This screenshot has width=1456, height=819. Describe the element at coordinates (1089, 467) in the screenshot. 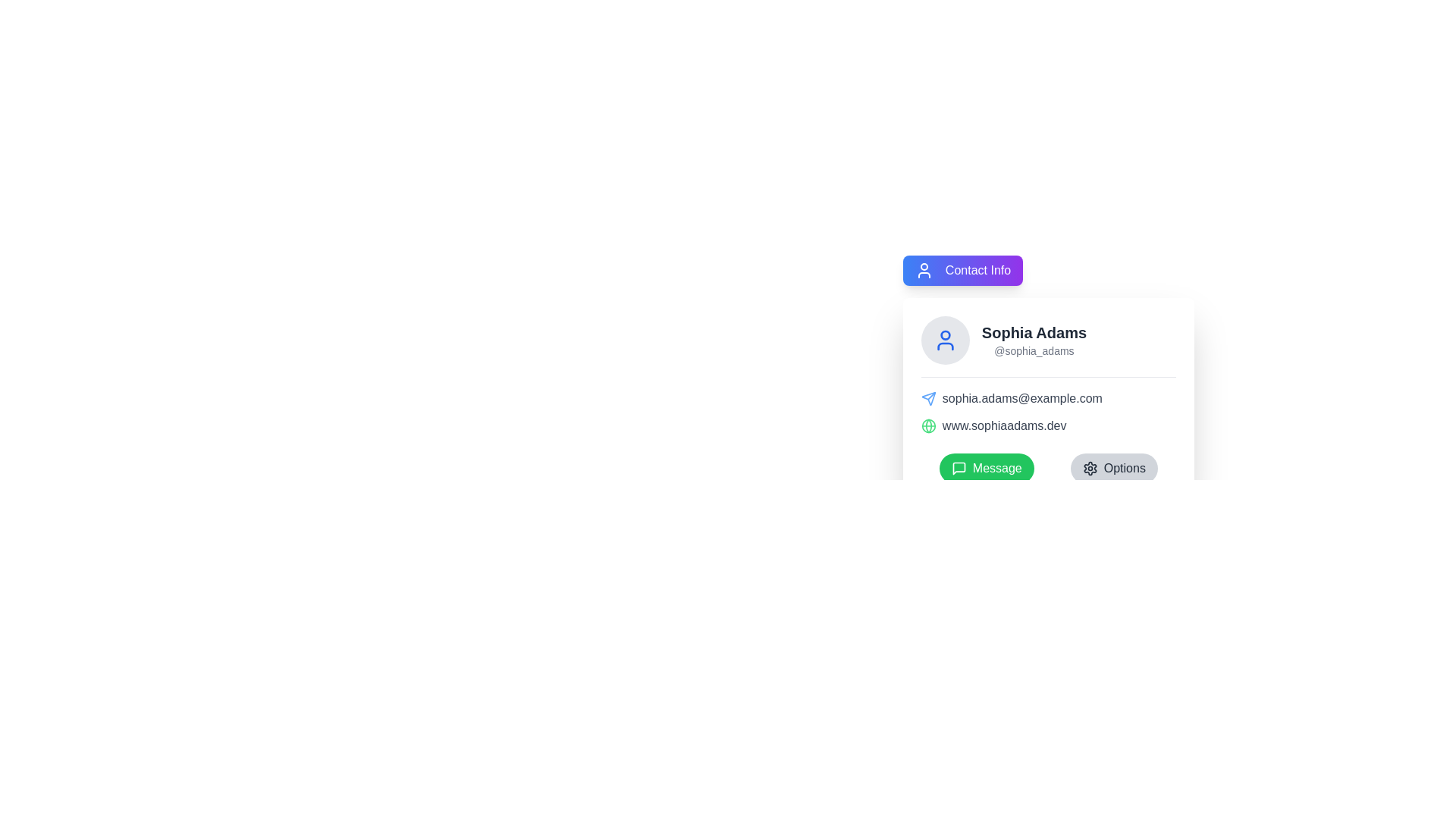

I see `the gear-shaped icon representing settings, located to the left of the label 'Options' in the bottom-right portion of the user information card` at that location.